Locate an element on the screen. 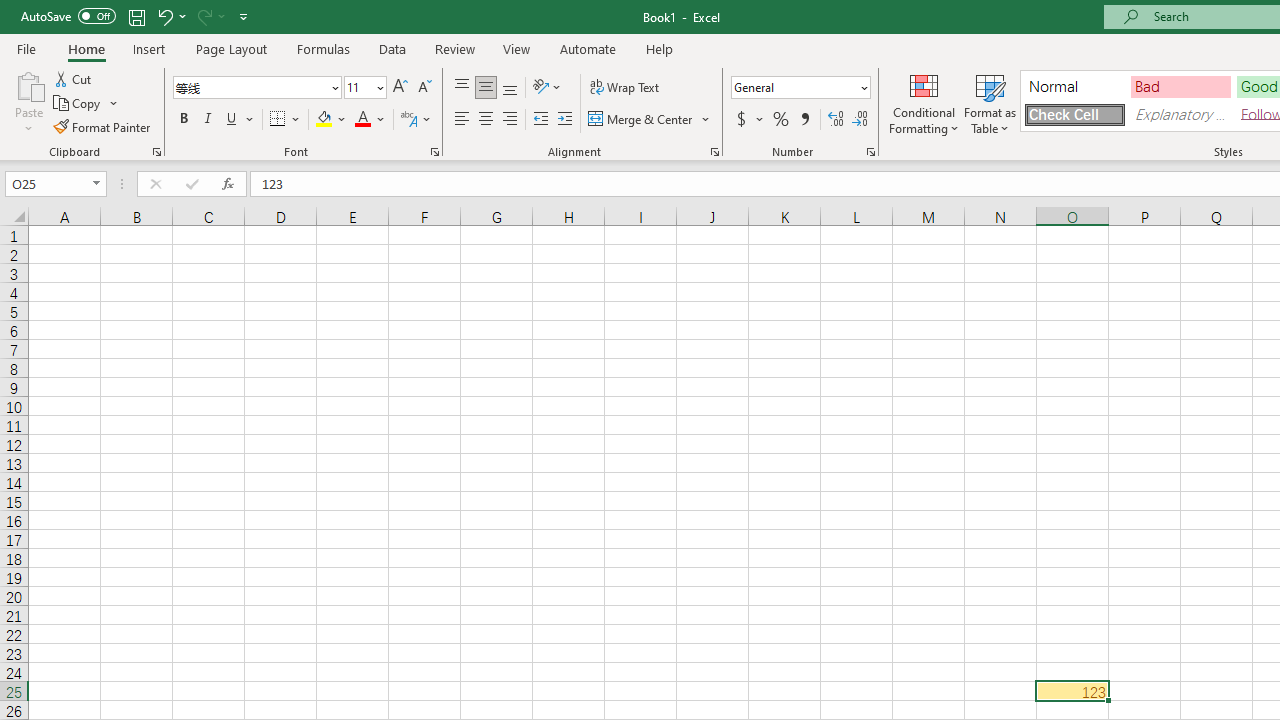 The image size is (1280, 720). 'Format Cell Number' is located at coordinates (871, 150).